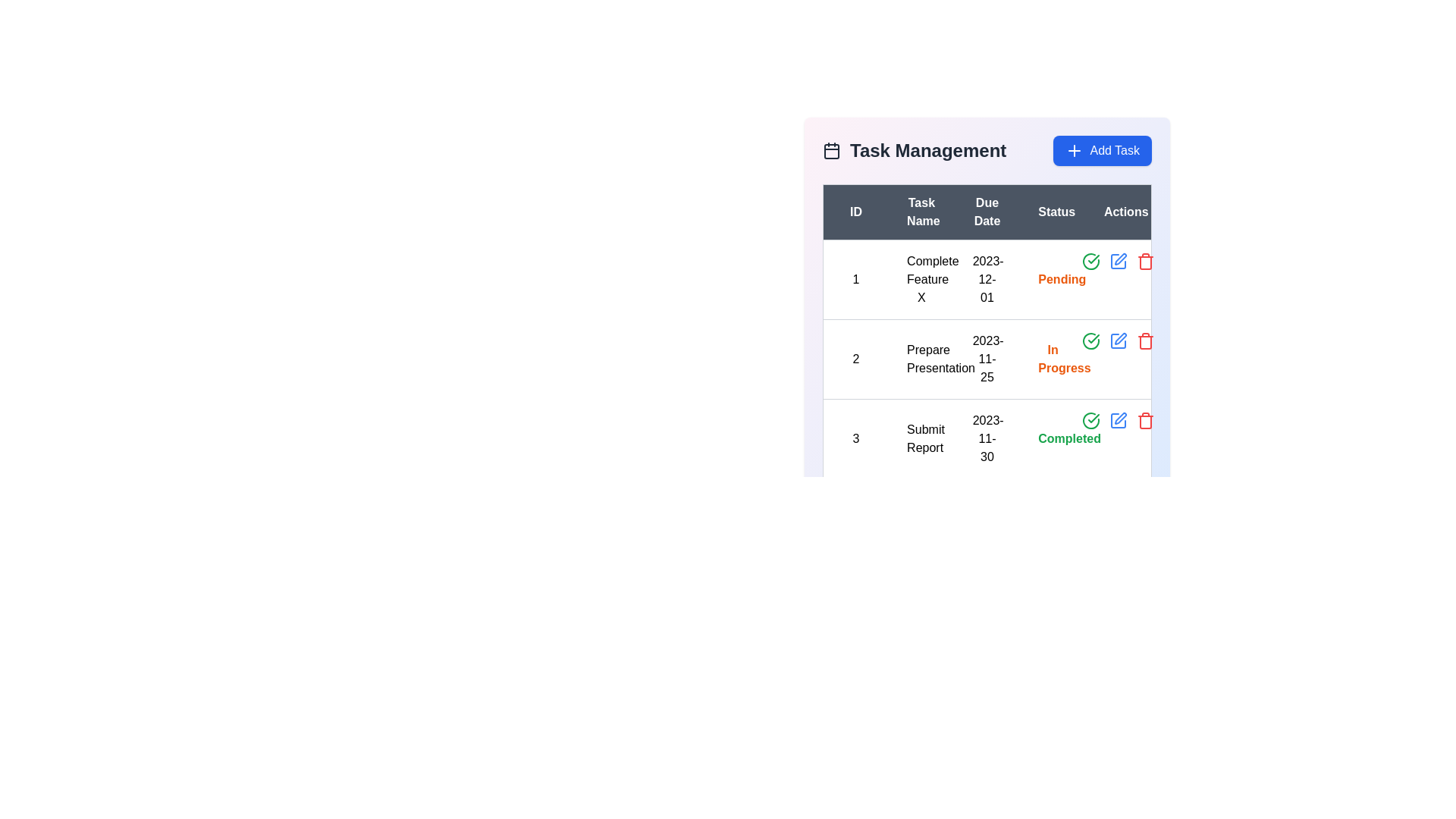 Image resolution: width=1456 pixels, height=819 pixels. What do you see at coordinates (1052, 359) in the screenshot?
I see `the static text label indicating the status of the 'Prepare Presentation' task for the date '2023-11-25'` at bounding box center [1052, 359].